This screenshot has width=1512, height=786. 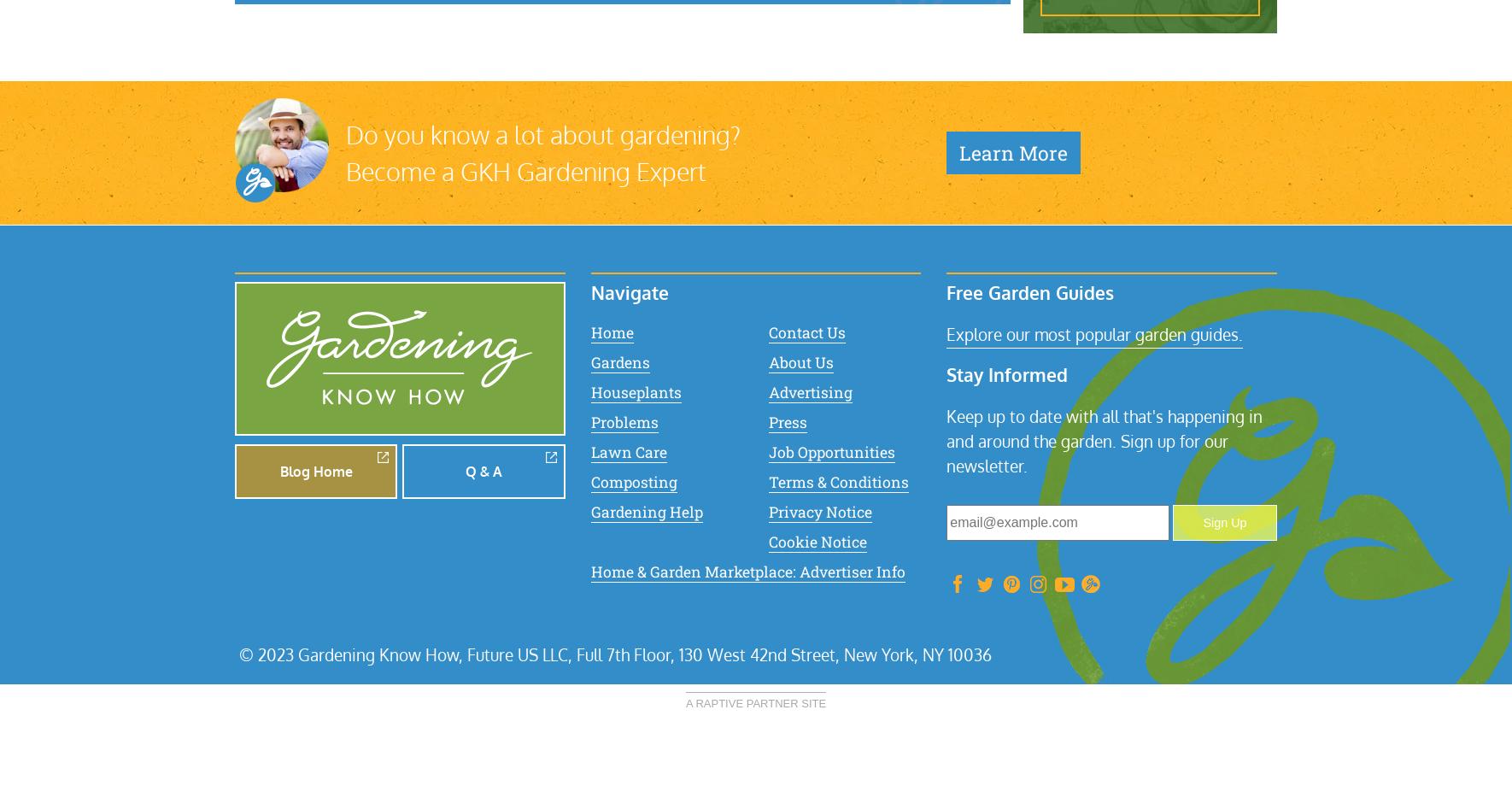 What do you see at coordinates (646, 510) in the screenshot?
I see `'Gardening Help'` at bounding box center [646, 510].